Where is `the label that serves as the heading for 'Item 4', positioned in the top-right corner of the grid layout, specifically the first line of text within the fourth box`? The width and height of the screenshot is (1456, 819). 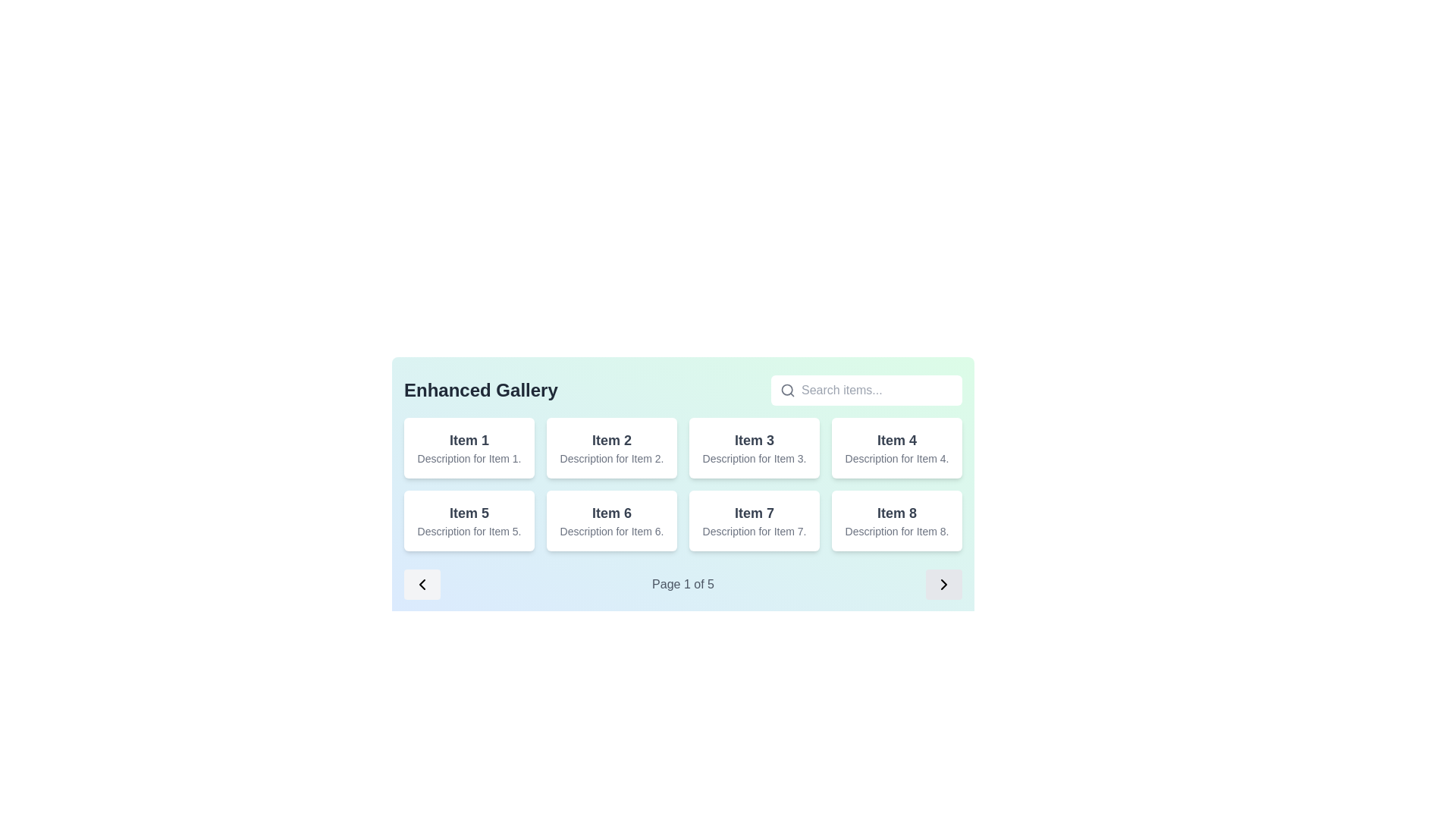 the label that serves as the heading for 'Item 4', positioned in the top-right corner of the grid layout, specifically the first line of text within the fourth box is located at coordinates (896, 441).